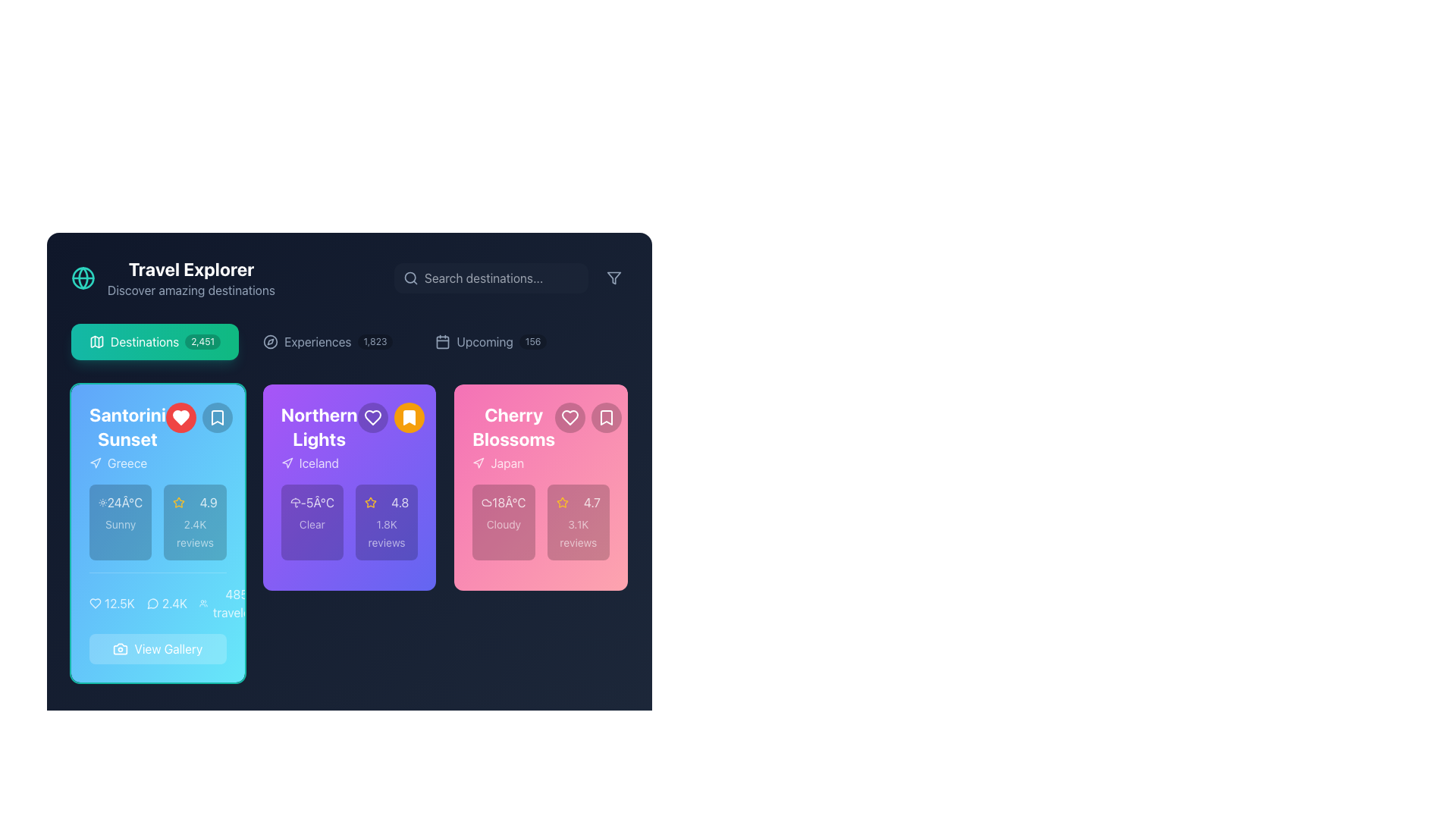 The width and height of the screenshot is (1456, 819). What do you see at coordinates (175, 602) in the screenshot?
I see `the information display for engagement metrics of the 'Santorini Sunset' destination, located in the blue card above the 'View Gallery' button` at bounding box center [175, 602].